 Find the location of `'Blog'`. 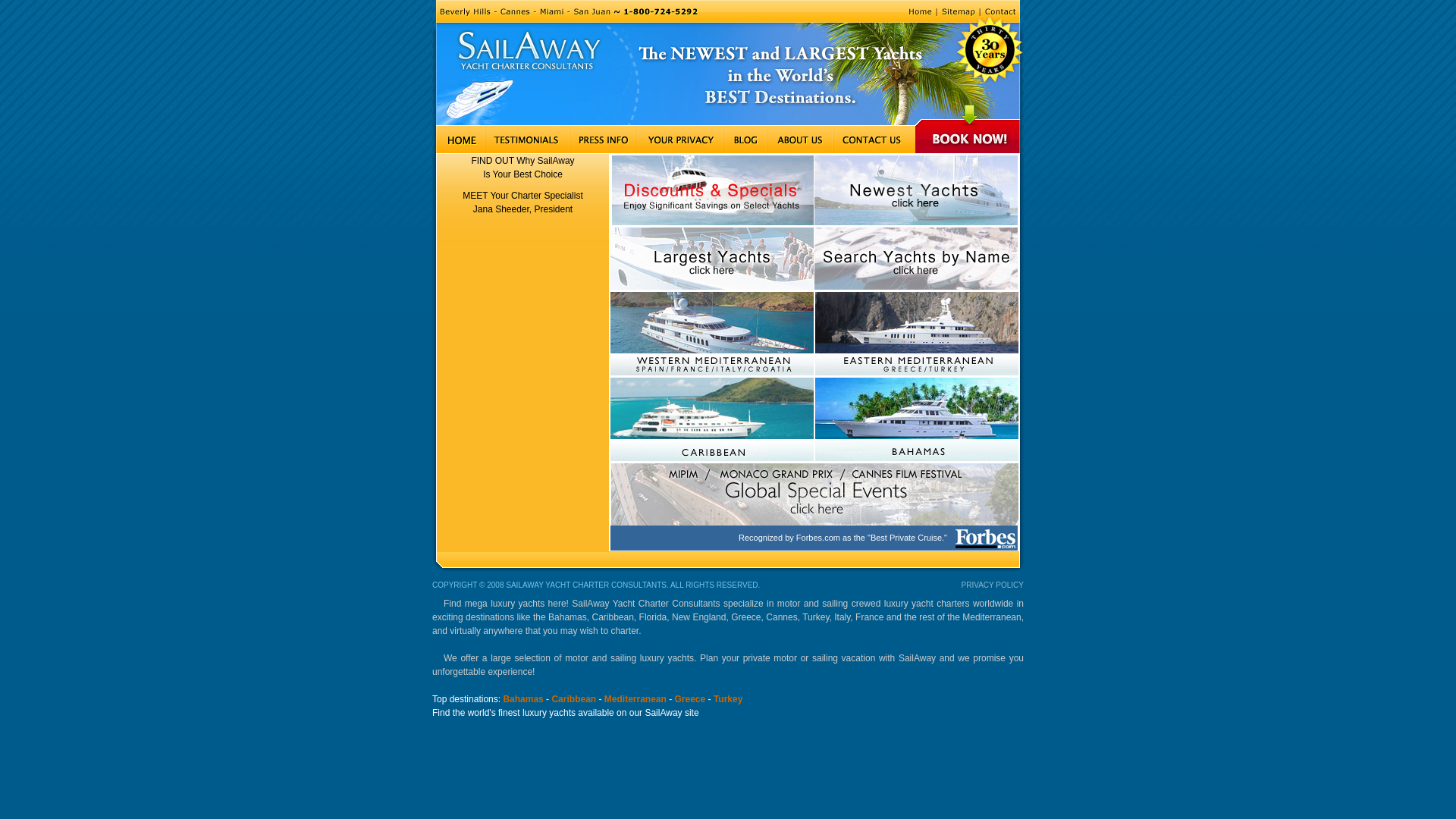

'Blog' is located at coordinates (745, 140).